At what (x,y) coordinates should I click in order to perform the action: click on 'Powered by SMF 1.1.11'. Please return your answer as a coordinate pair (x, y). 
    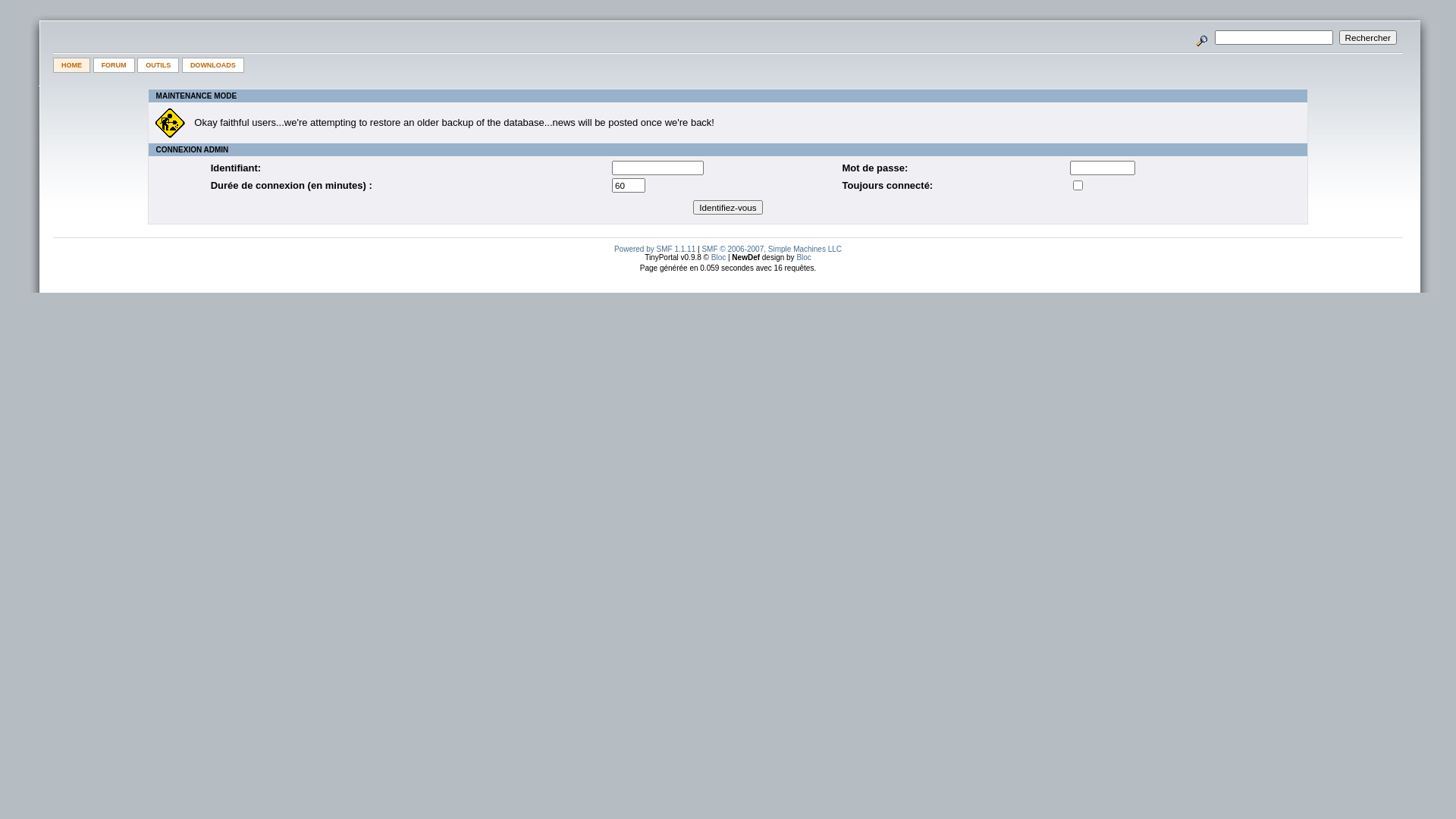
    Looking at the image, I should click on (654, 248).